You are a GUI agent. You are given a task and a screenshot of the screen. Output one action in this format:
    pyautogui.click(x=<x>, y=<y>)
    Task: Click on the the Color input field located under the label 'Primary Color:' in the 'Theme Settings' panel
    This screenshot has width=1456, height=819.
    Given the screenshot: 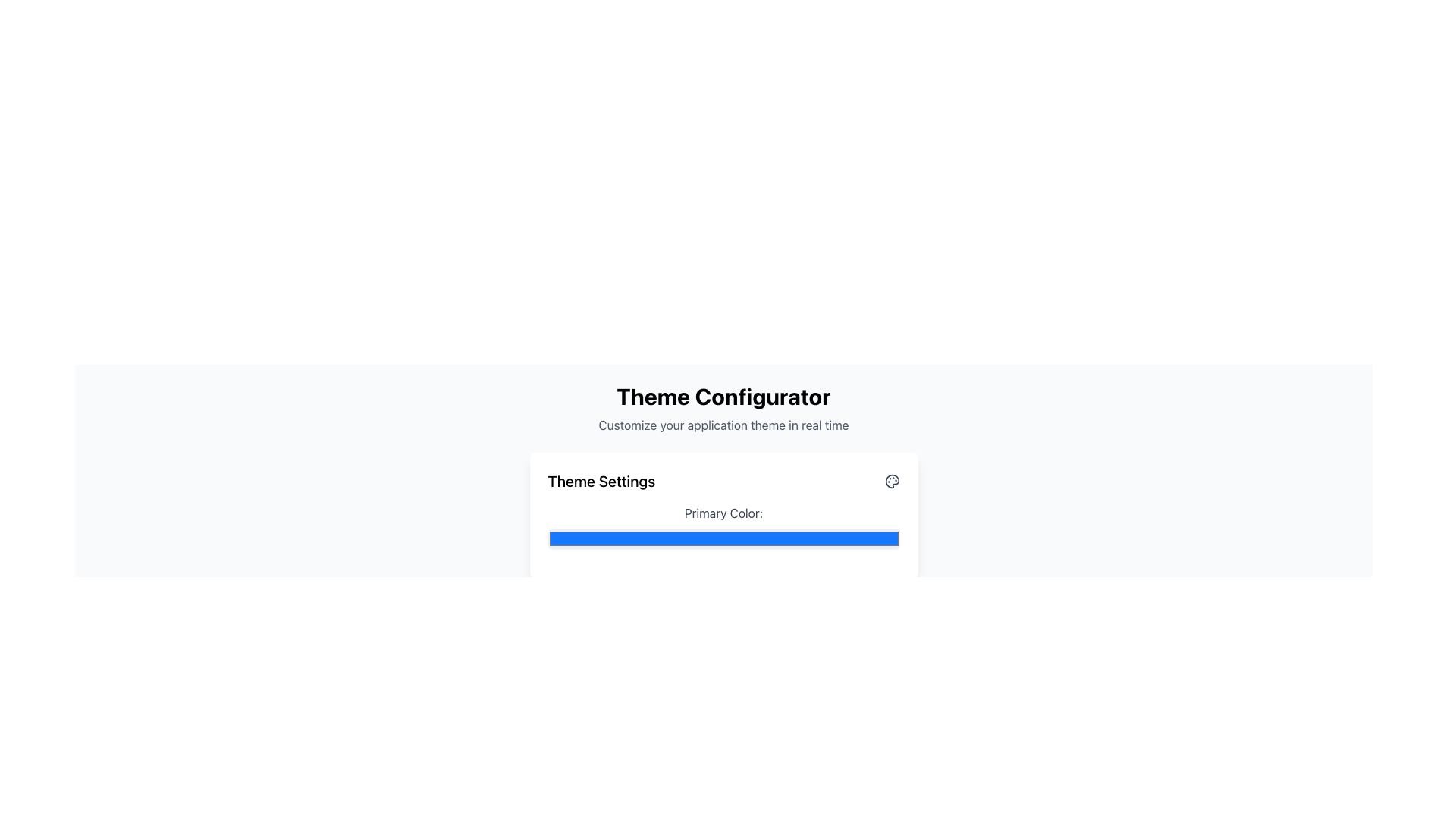 What is the action you would take?
    pyautogui.click(x=723, y=526)
    